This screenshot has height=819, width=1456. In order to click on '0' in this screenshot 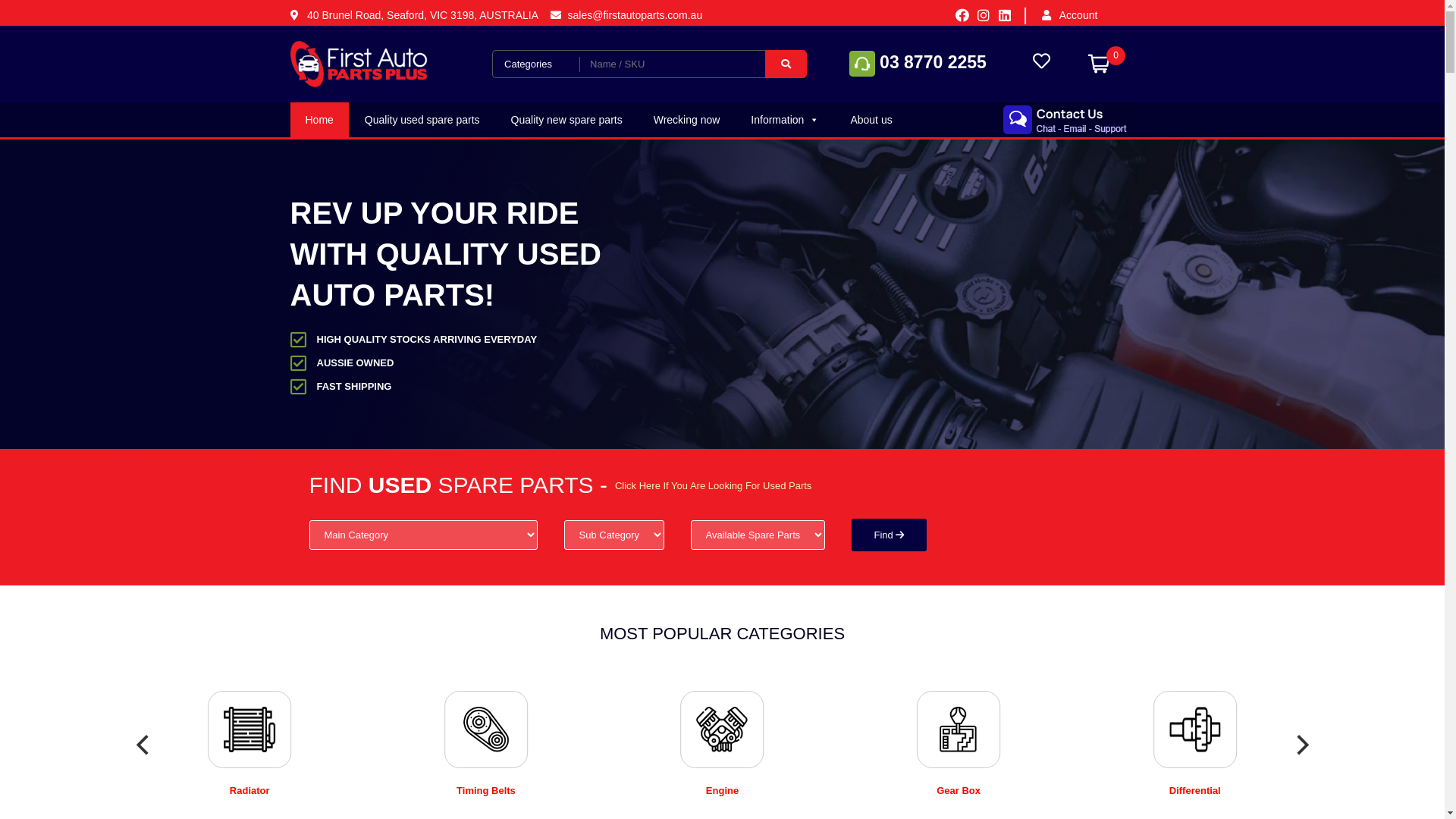, I will do `click(1099, 62)`.